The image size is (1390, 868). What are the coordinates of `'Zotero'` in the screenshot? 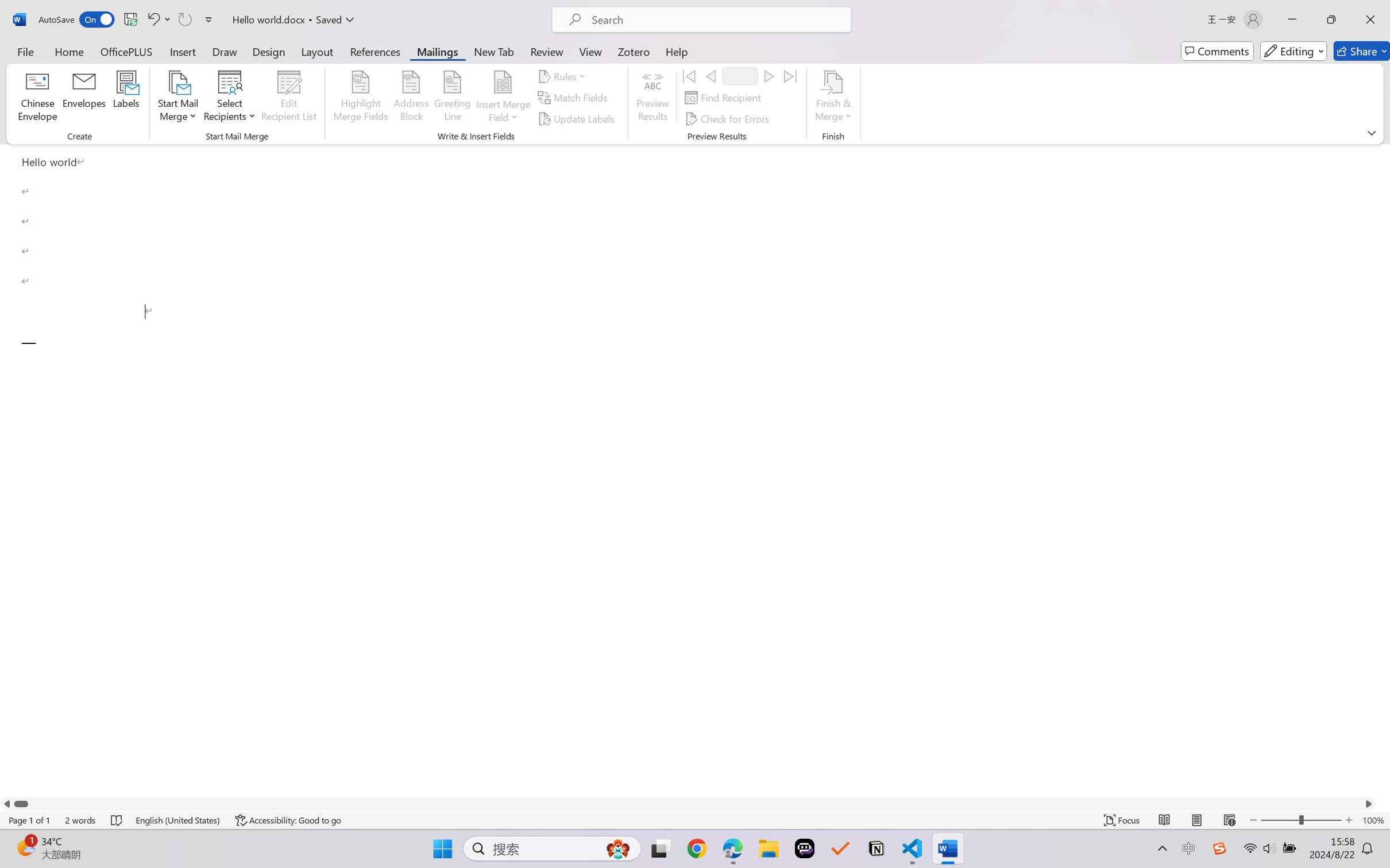 It's located at (633, 51).